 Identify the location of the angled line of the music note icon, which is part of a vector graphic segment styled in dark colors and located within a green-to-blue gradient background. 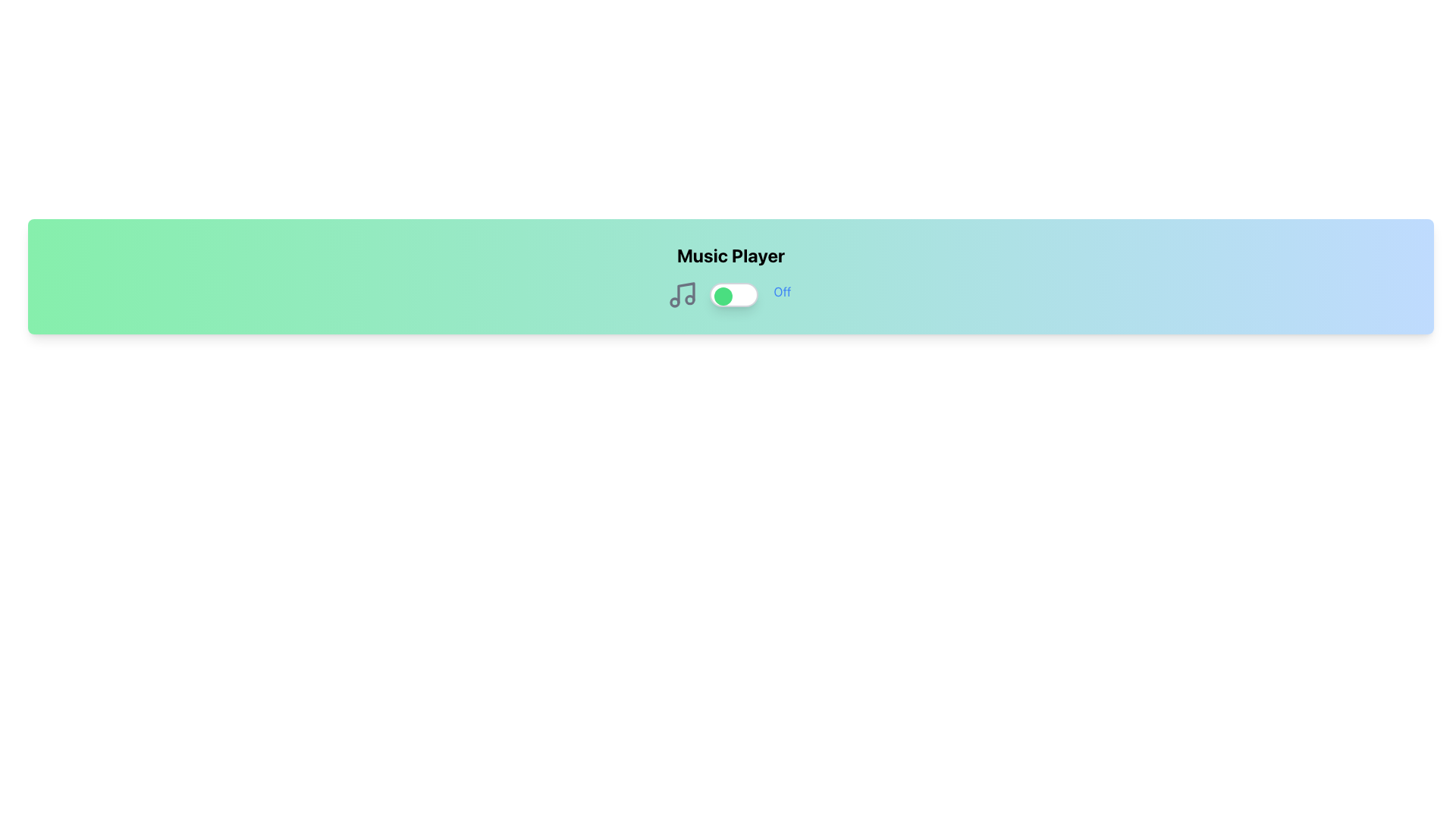
(686, 293).